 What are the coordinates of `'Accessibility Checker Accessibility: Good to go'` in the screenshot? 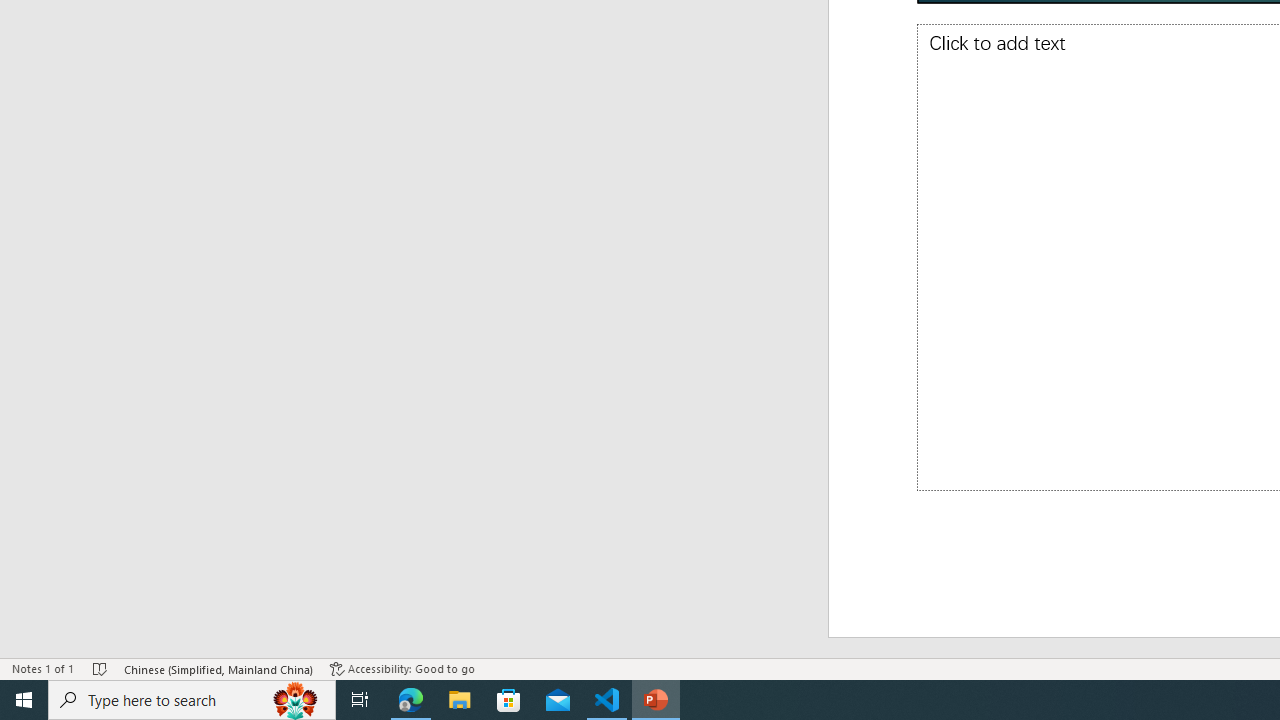 It's located at (401, 669).